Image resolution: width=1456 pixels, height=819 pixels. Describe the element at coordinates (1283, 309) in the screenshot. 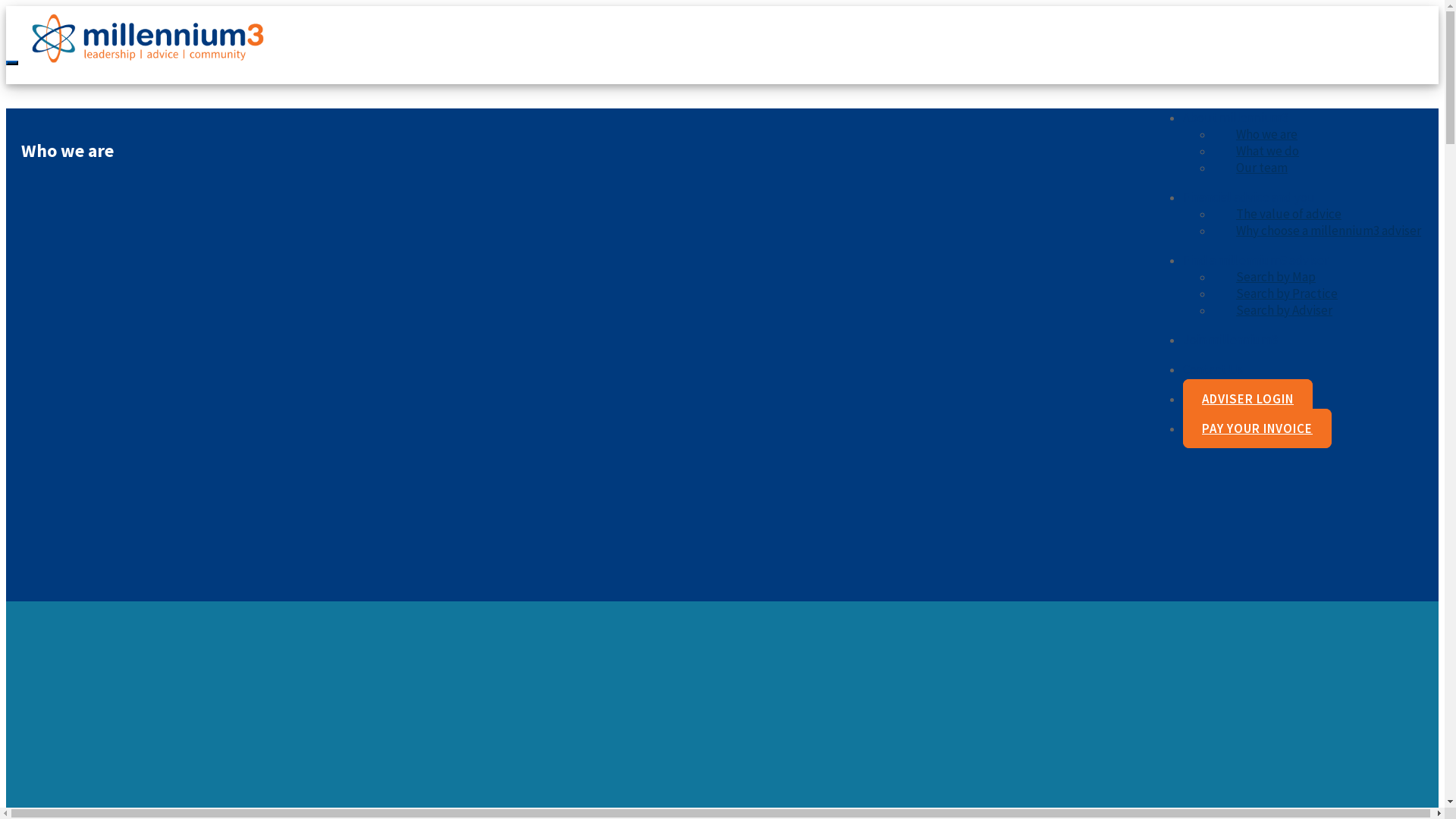

I see `'Search by Adviser'` at that location.